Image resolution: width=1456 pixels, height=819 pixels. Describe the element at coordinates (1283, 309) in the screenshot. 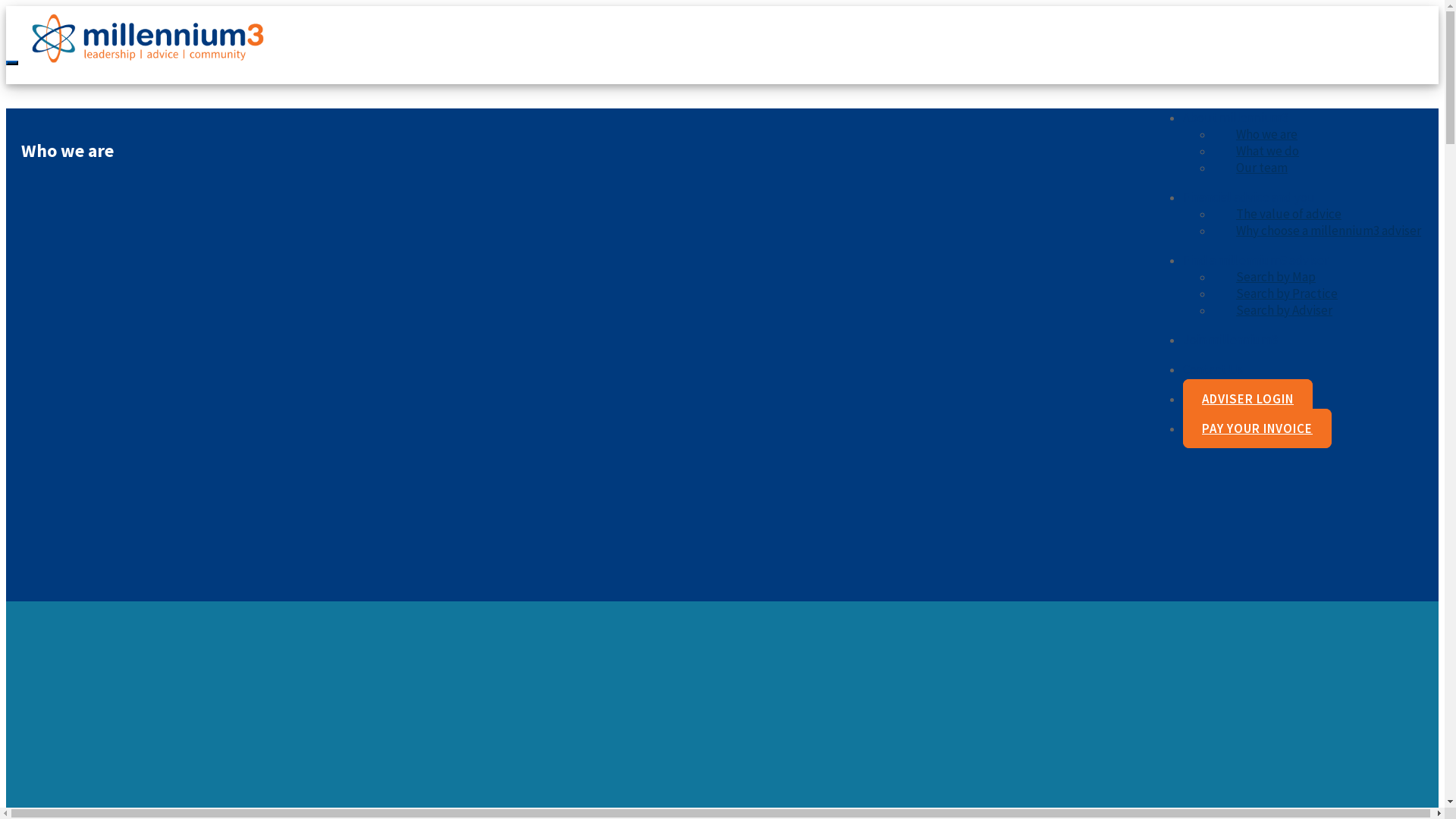

I see `'Search by Adviser'` at that location.